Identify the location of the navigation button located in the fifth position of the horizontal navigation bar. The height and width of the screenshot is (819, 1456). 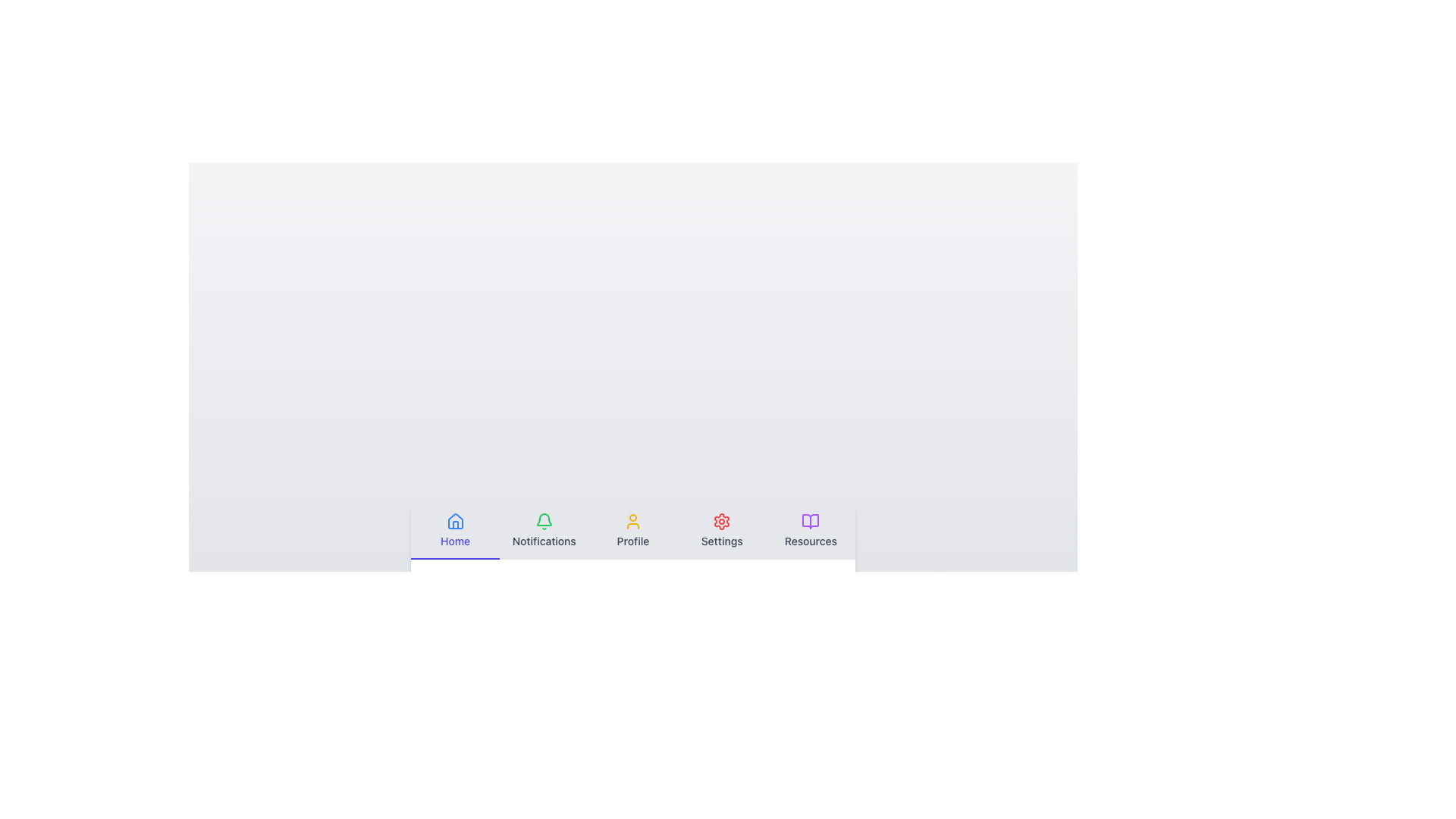
(810, 531).